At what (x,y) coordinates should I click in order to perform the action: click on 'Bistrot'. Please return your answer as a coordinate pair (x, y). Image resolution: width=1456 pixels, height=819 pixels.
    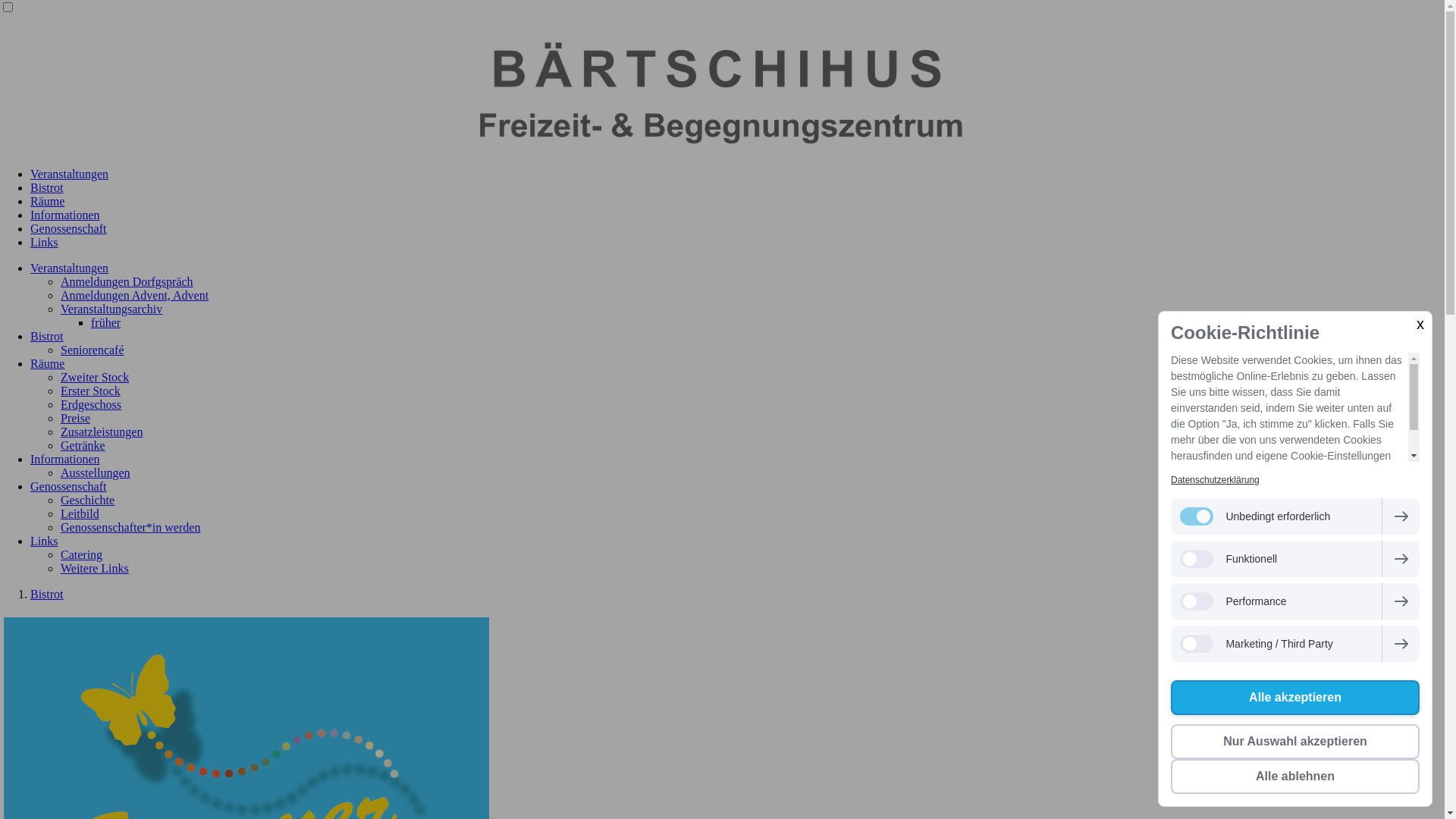
    Looking at the image, I should click on (47, 335).